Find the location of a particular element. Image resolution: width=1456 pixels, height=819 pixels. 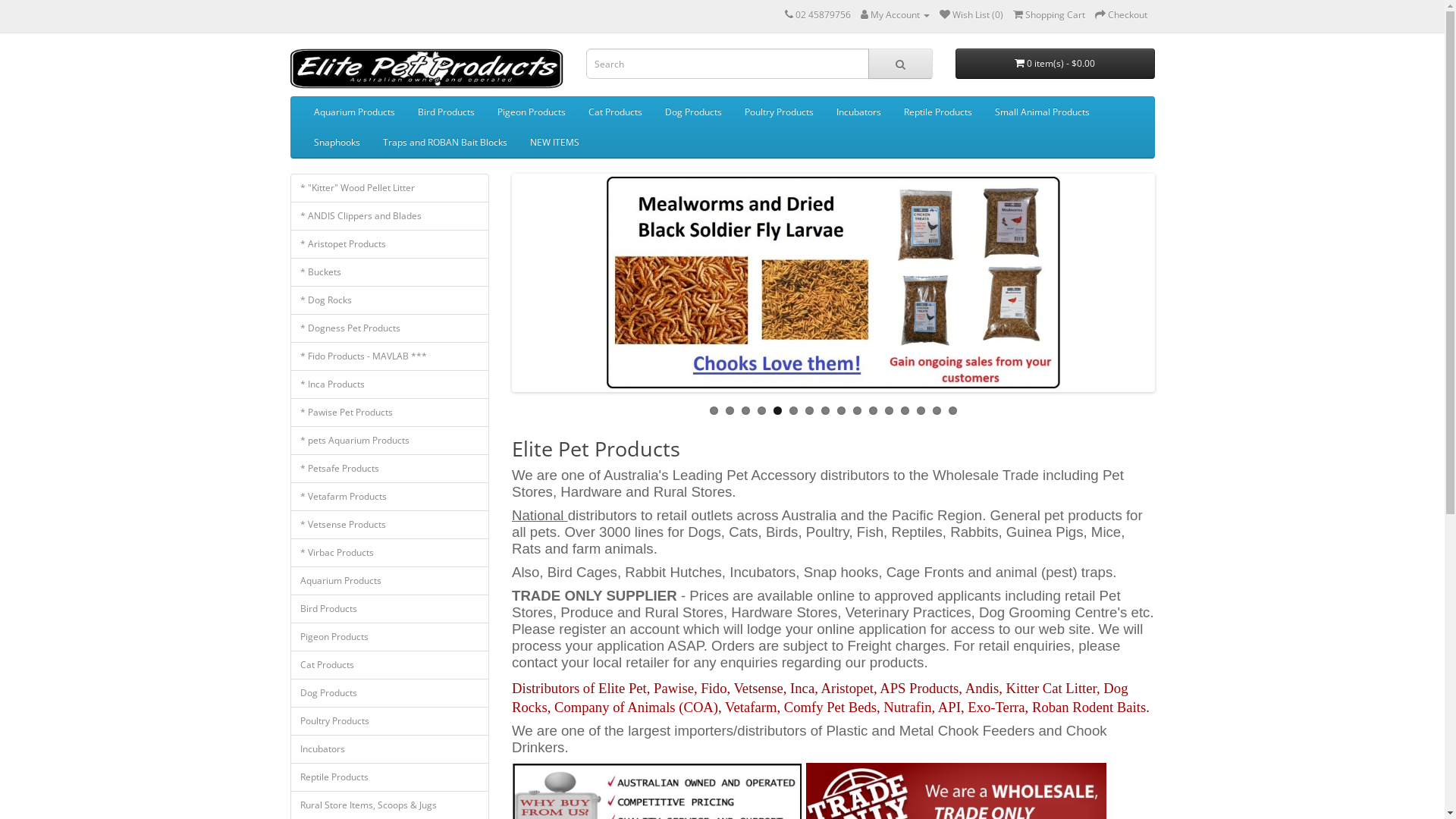

'* Pawise Pet Products' is located at coordinates (389, 412).